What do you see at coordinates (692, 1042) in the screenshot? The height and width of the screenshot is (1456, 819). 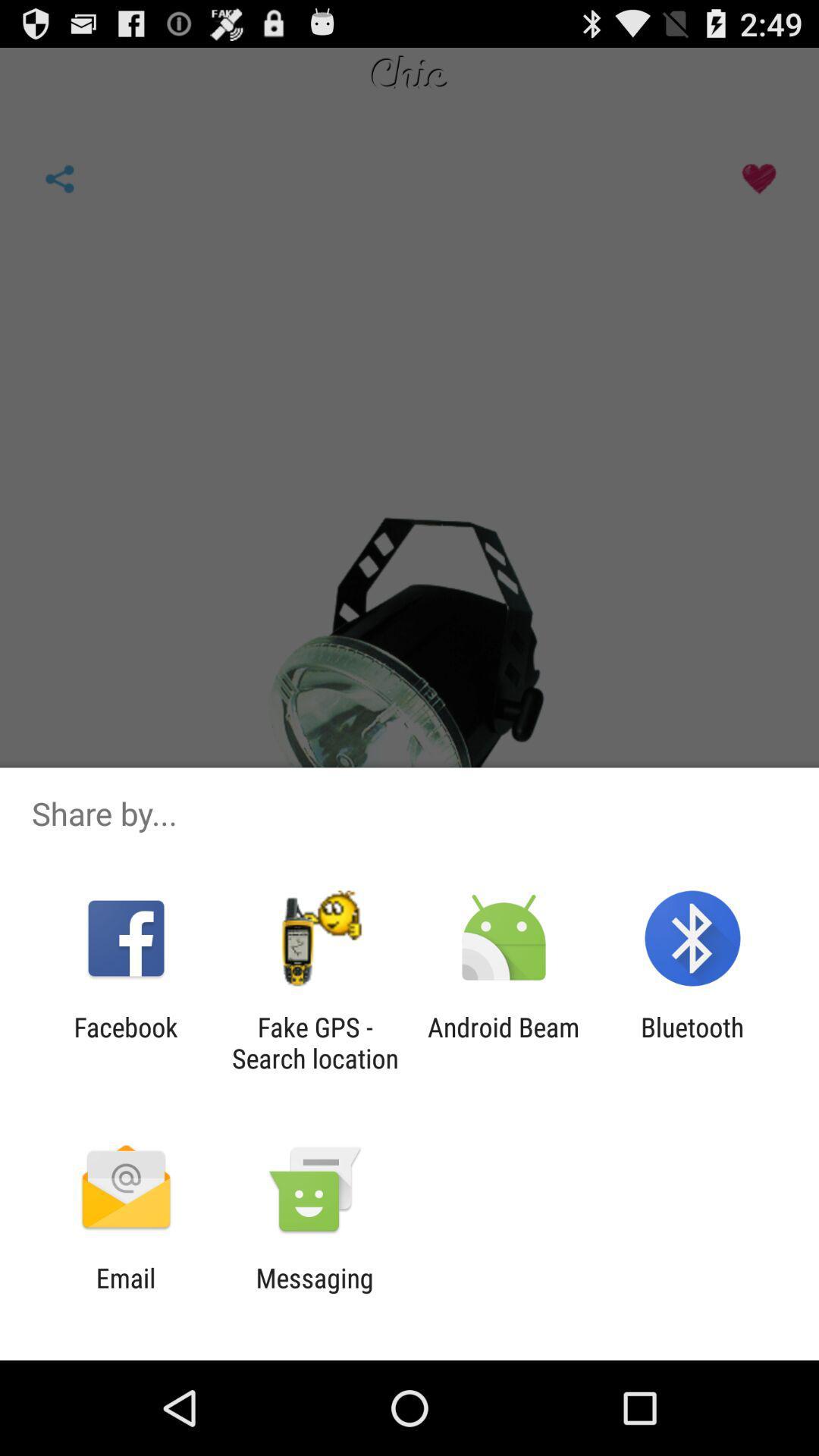 I see `bluetooth app` at bounding box center [692, 1042].